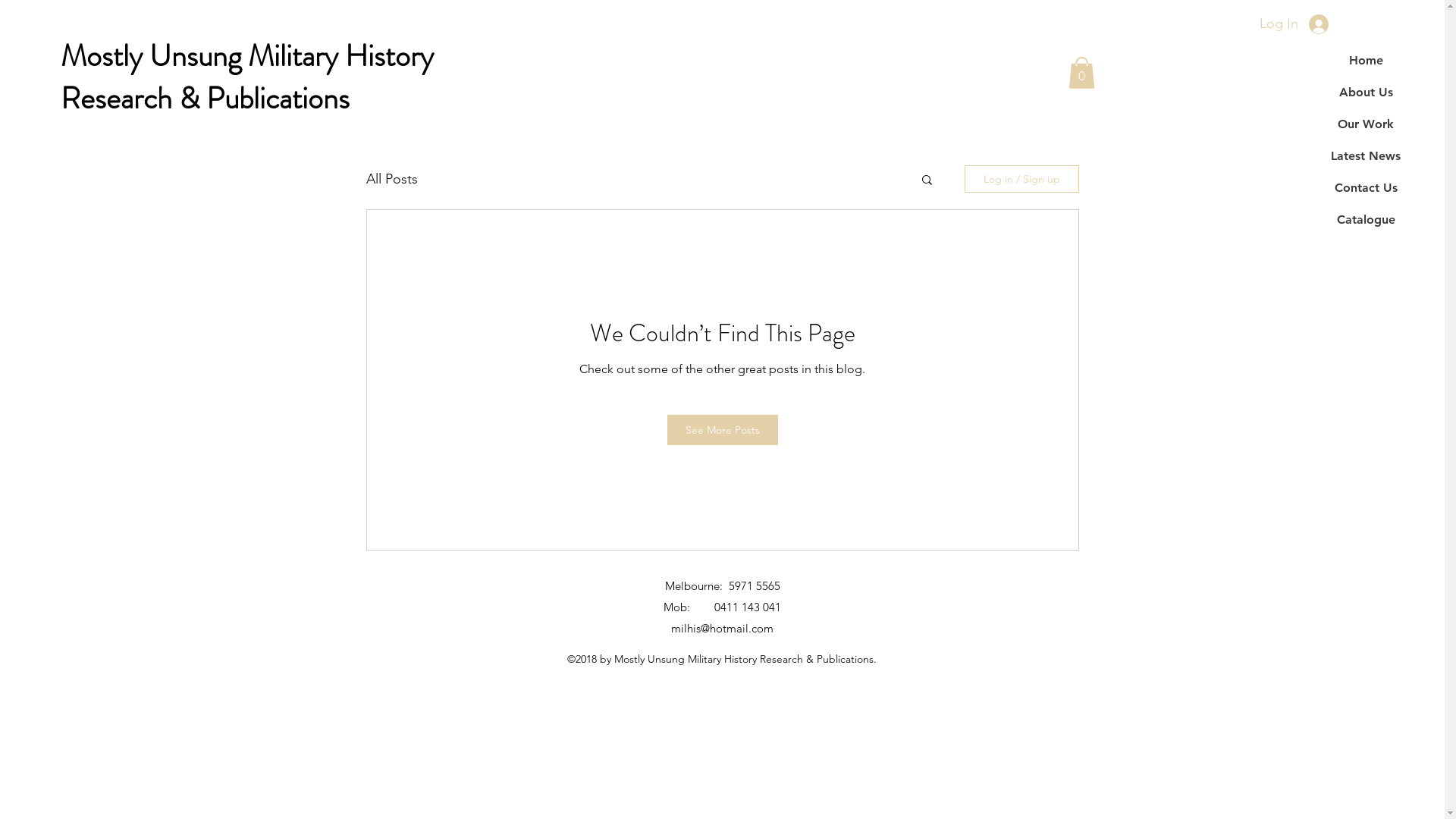 This screenshot has height=819, width=1456. Describe the element at coordinates (1293, 24) in the screenshot. I see `'Log In'` at that location.